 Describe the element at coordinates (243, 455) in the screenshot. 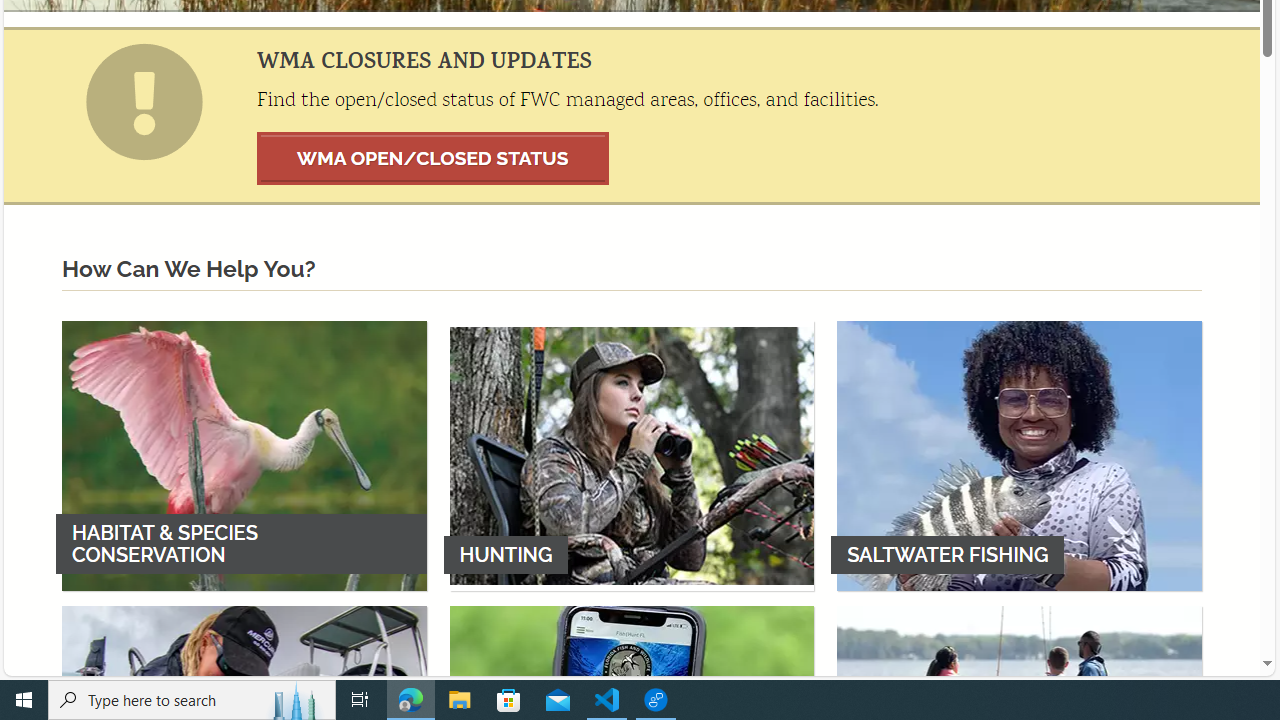

I see `'HABITAT & SPECIES CONSERVATION'` at that location.